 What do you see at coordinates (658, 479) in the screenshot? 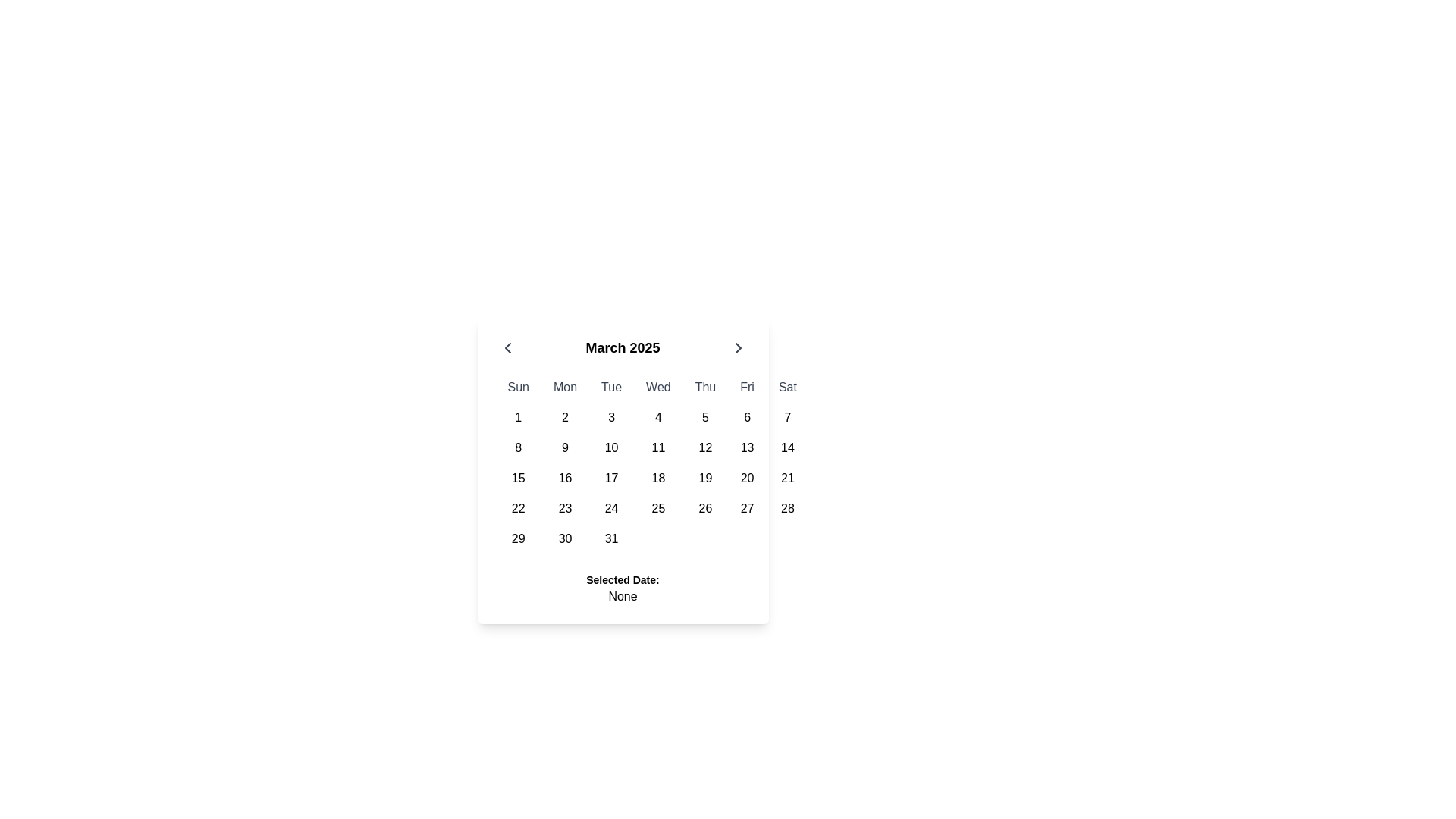
I see `text of the Calendar day item representing the 18th day of the month, which is selectable within the calendar interface` at bounding box center [658, 479].